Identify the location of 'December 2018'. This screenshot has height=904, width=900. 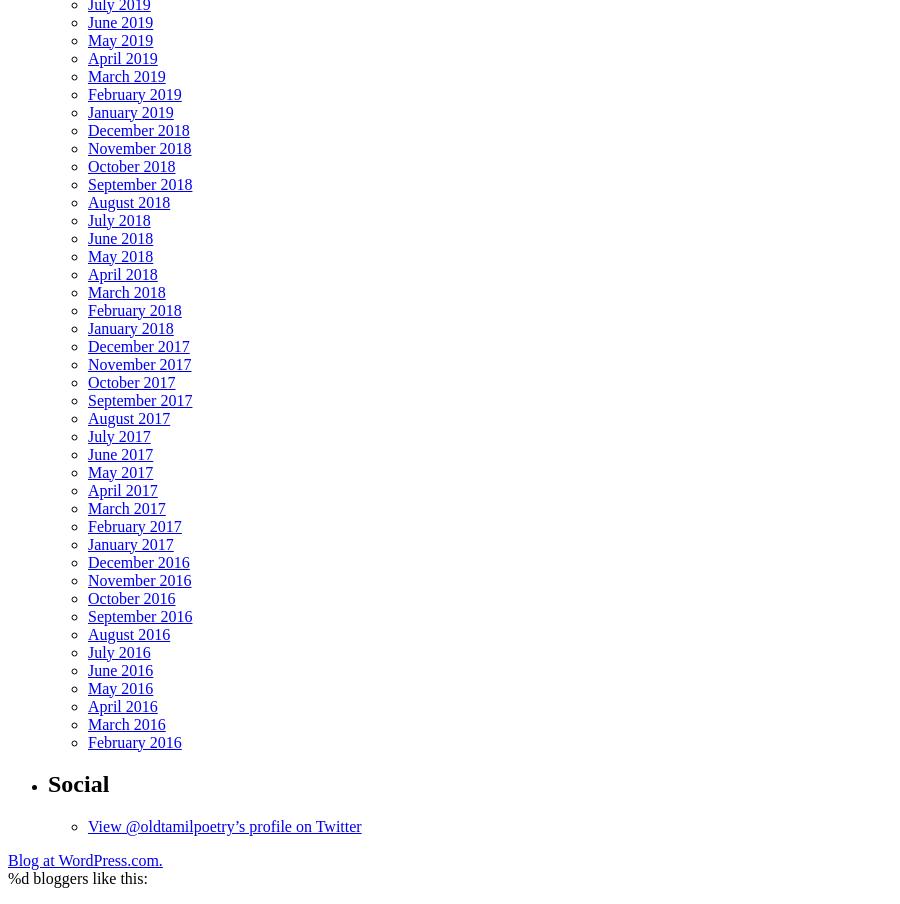
(138, 128).